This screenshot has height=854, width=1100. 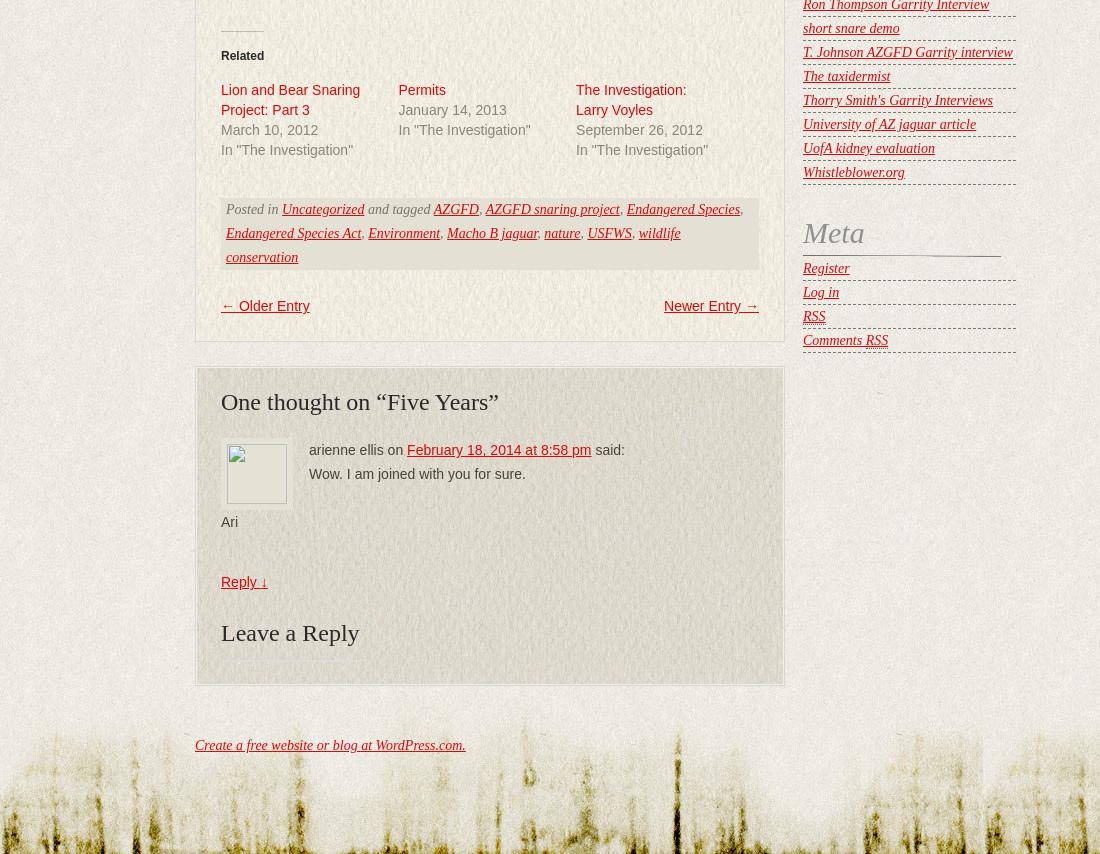 What do you see at coordinates (898, 100) in the screenshot?
I see `'Thorry Smith's Garrity Interviews'` at bounding box center [898, 100].